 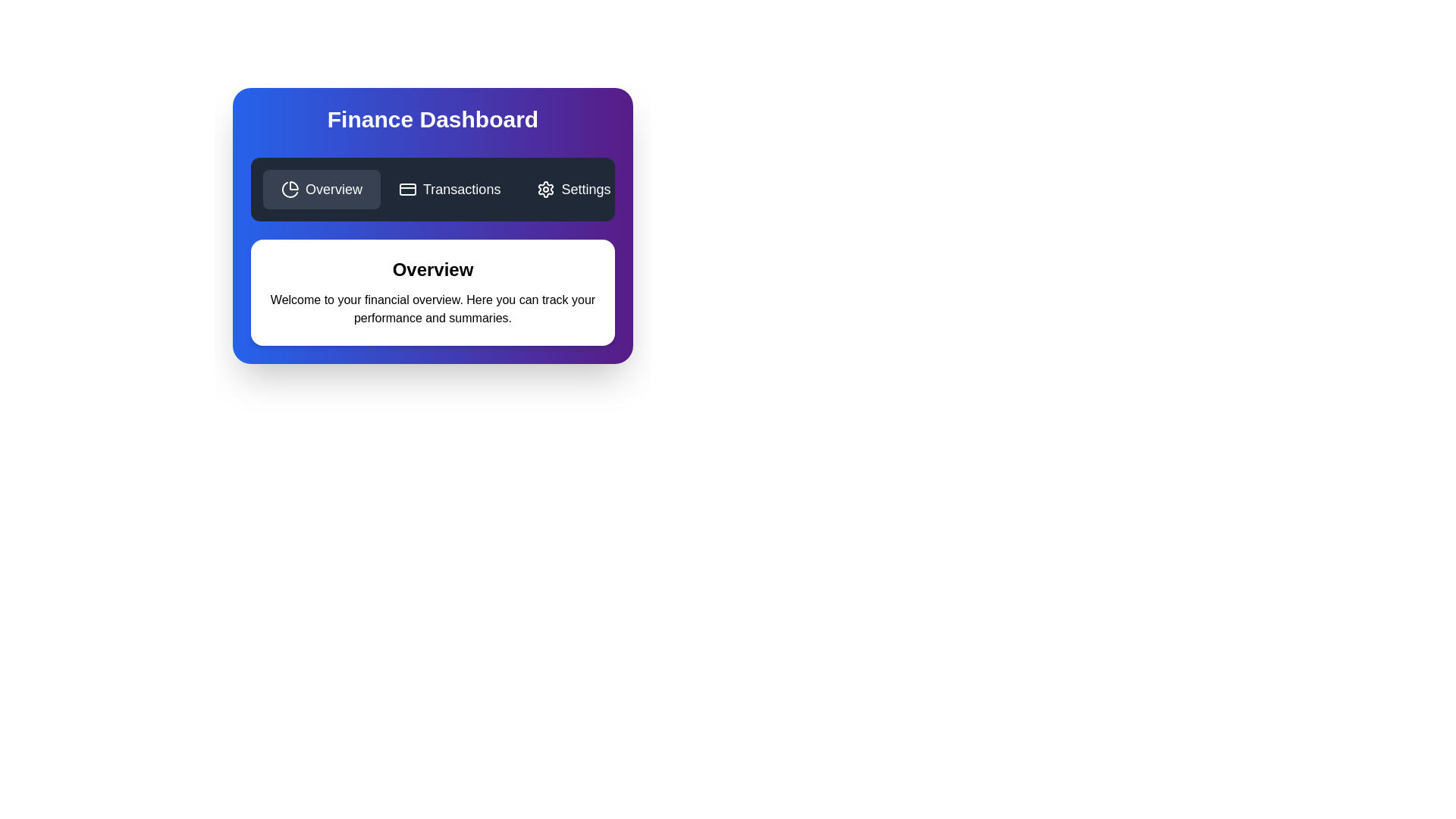 What do you see at coordinates (432, 292) in the screenshot?
I see `the text content block labeled 'Overview', which contains a description about financial performance and summaries, positioned centrally beneath the 'Finance Dashboard' header` at bounding box center [432, 292].